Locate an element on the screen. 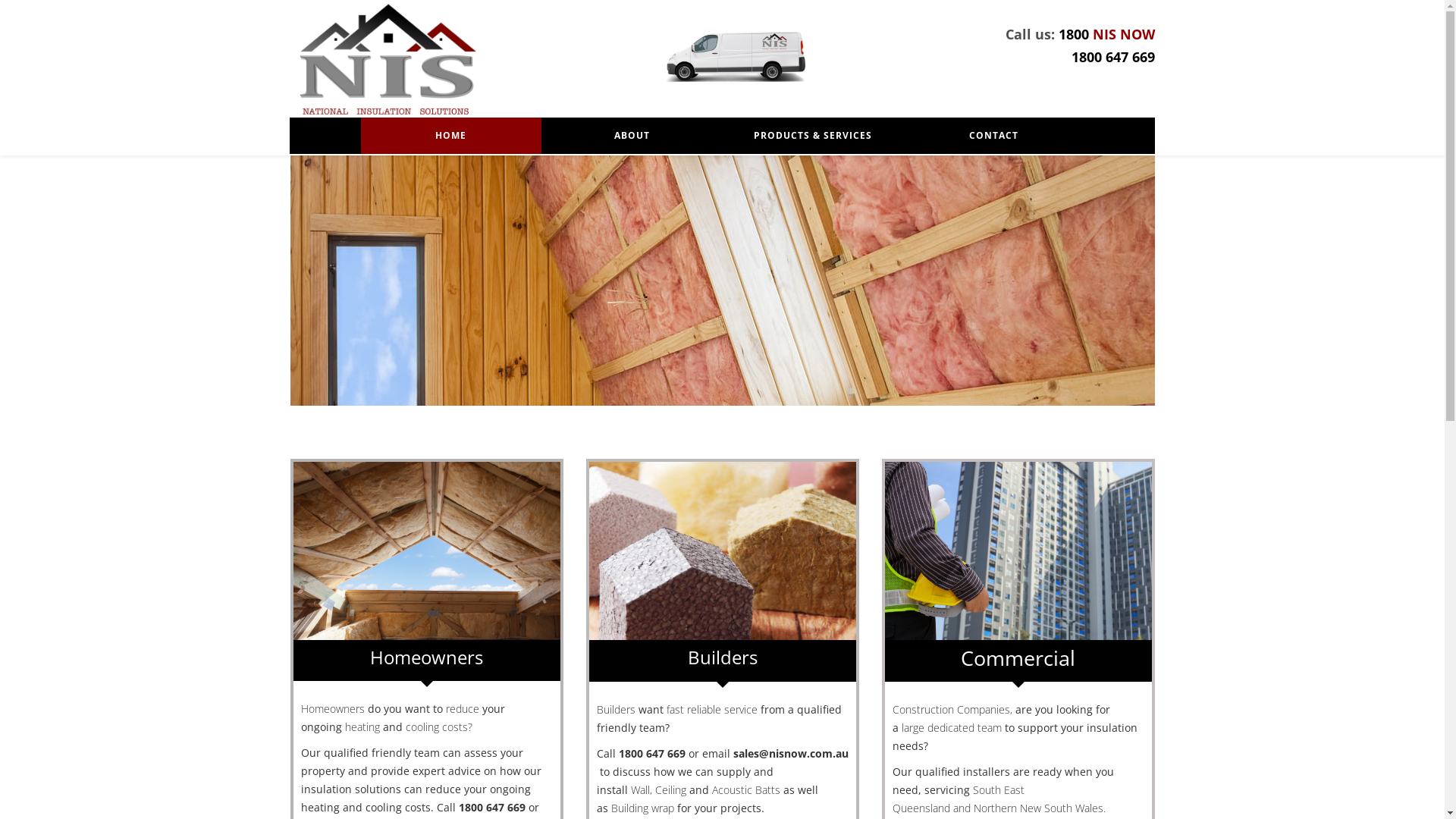 Image resolution: width=1456 pixels, height=819 pixels. 'CONTACT' is located at coordinates (993, 134).